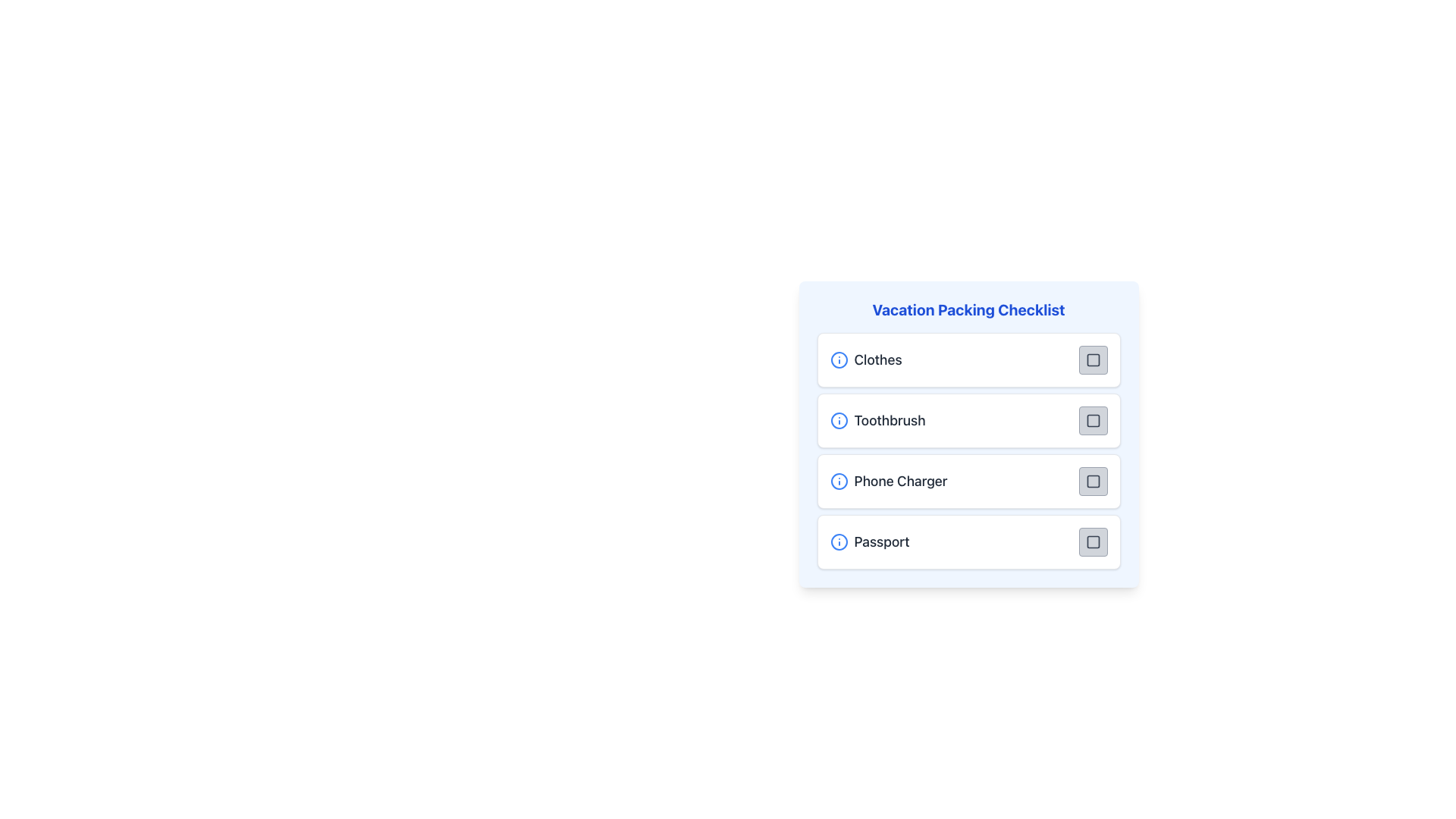 This screenshot has width=1456, height=819. I want to click on the label displaying the word 'Toothbrush', which is the second item in the checklist located below 'Clothes' and above 'Phone Charger', so click(890, 421).